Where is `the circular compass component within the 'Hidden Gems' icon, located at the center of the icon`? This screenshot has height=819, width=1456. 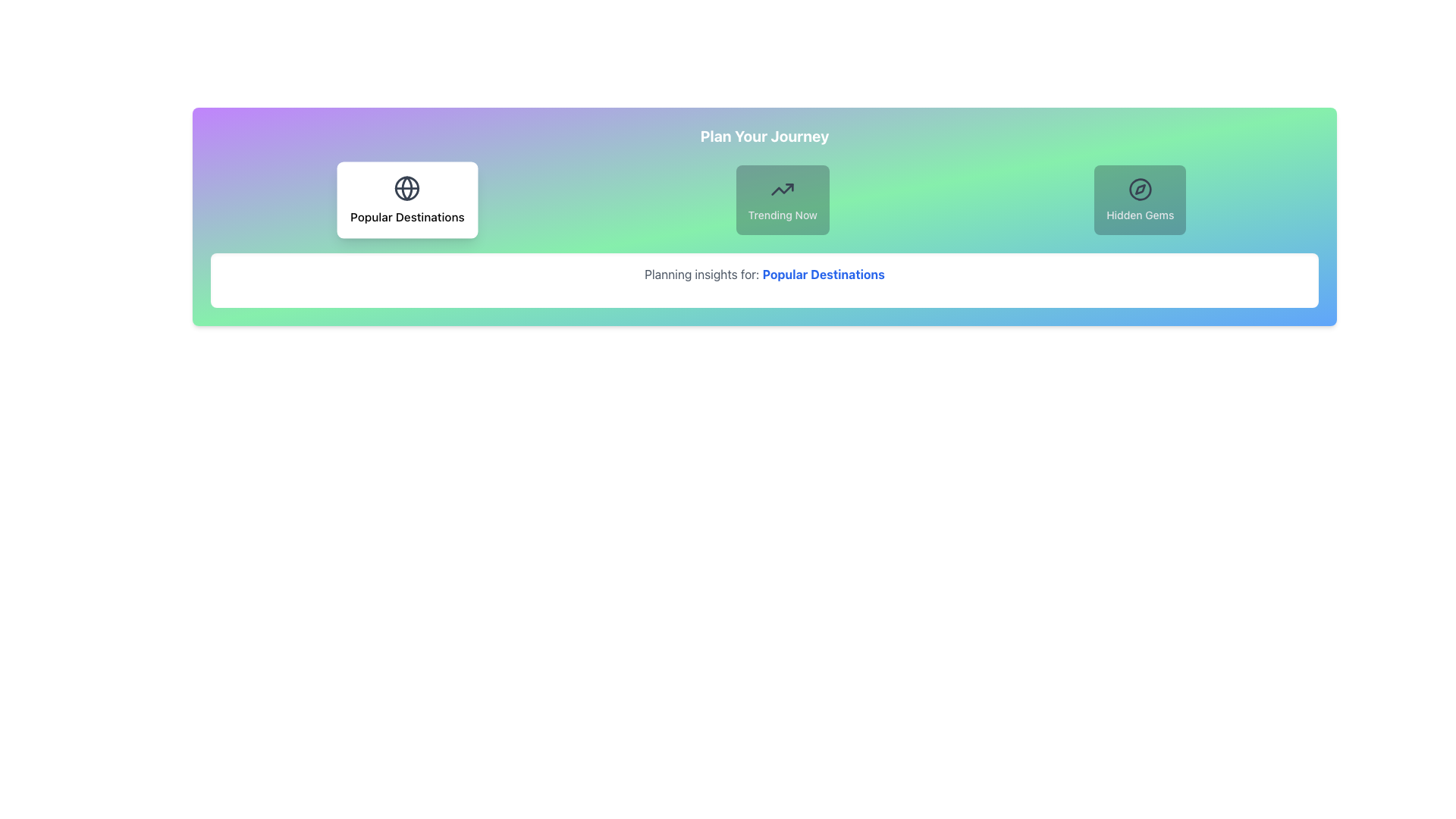 the circular compass component within the 'Hidden Gems' icon, located at the center of the icon is located at coordinates (1140, 189).